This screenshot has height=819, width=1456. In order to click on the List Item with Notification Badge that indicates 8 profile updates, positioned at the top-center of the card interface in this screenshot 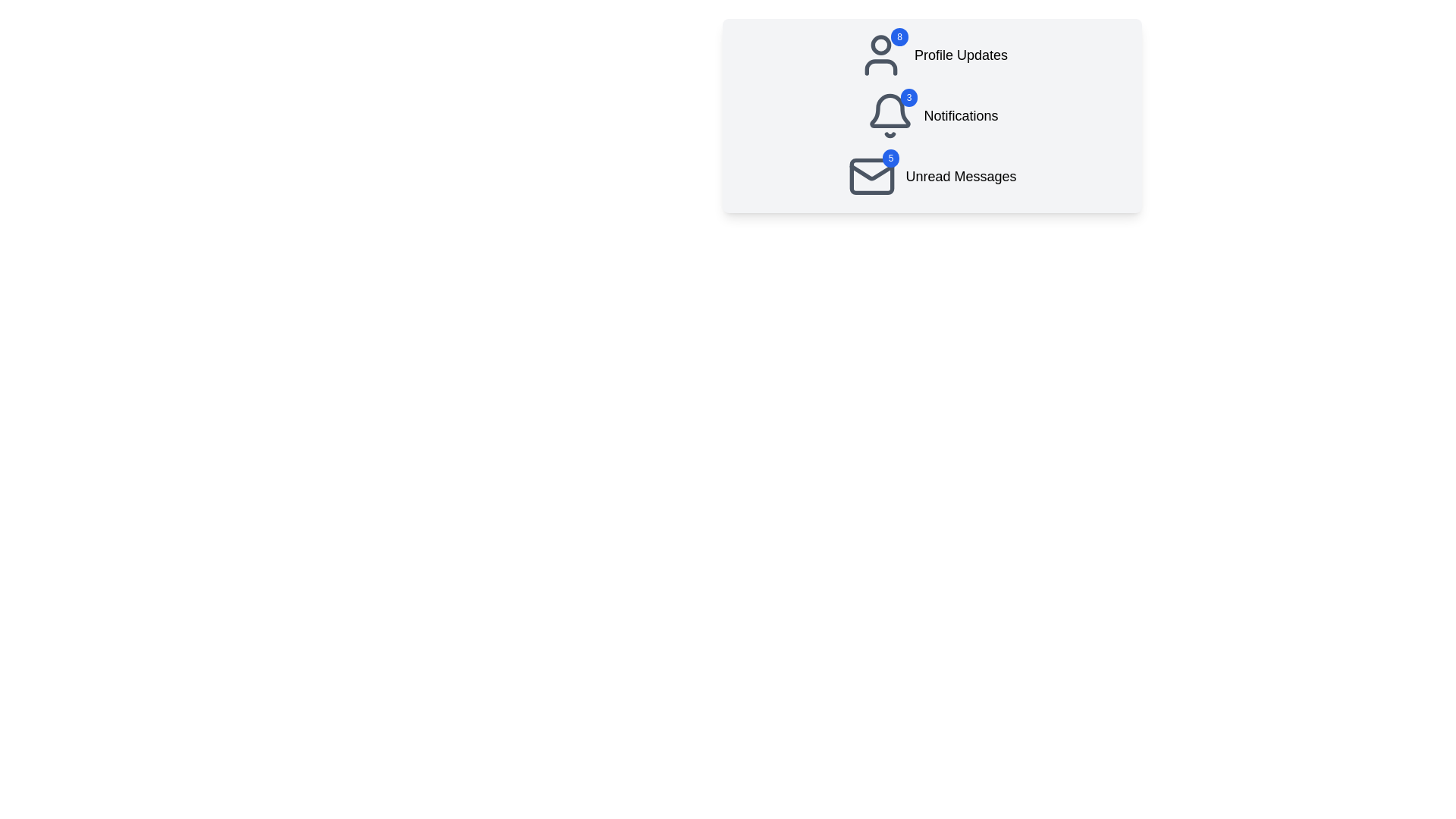, I will do `click(931, 55)`.